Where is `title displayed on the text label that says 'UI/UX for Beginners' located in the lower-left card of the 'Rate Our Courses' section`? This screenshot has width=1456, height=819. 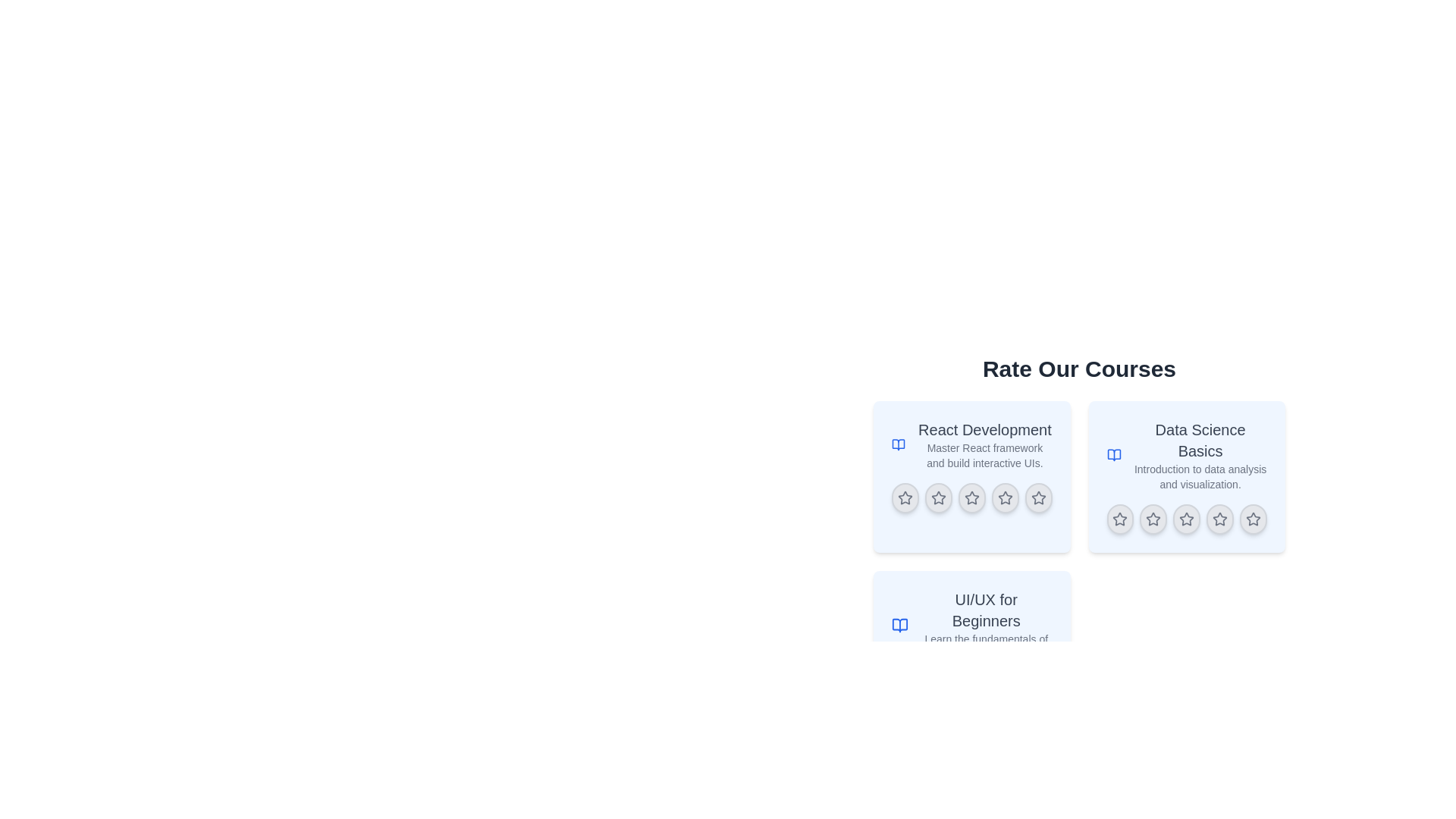 title displayed on the text label that says 'UI/UX for Beginners' located in the lower-left card of the 'Rate Our Courses' section is located at coordinates (986, 610).